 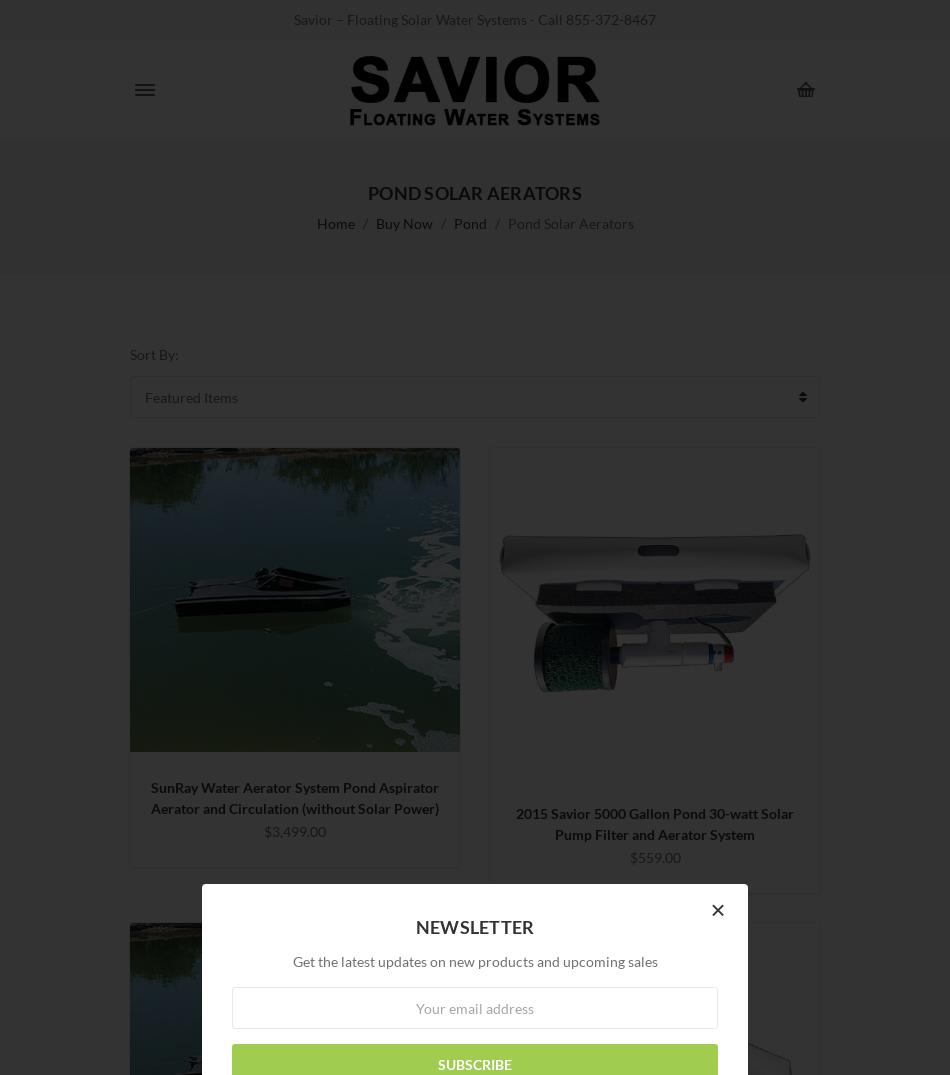 What do you see at coordinates (475, 18) in the screenshot?
I see `'Savior – Floating Solar Water Systems - Call 855-372-8467'` at bounding box center [475, 18].